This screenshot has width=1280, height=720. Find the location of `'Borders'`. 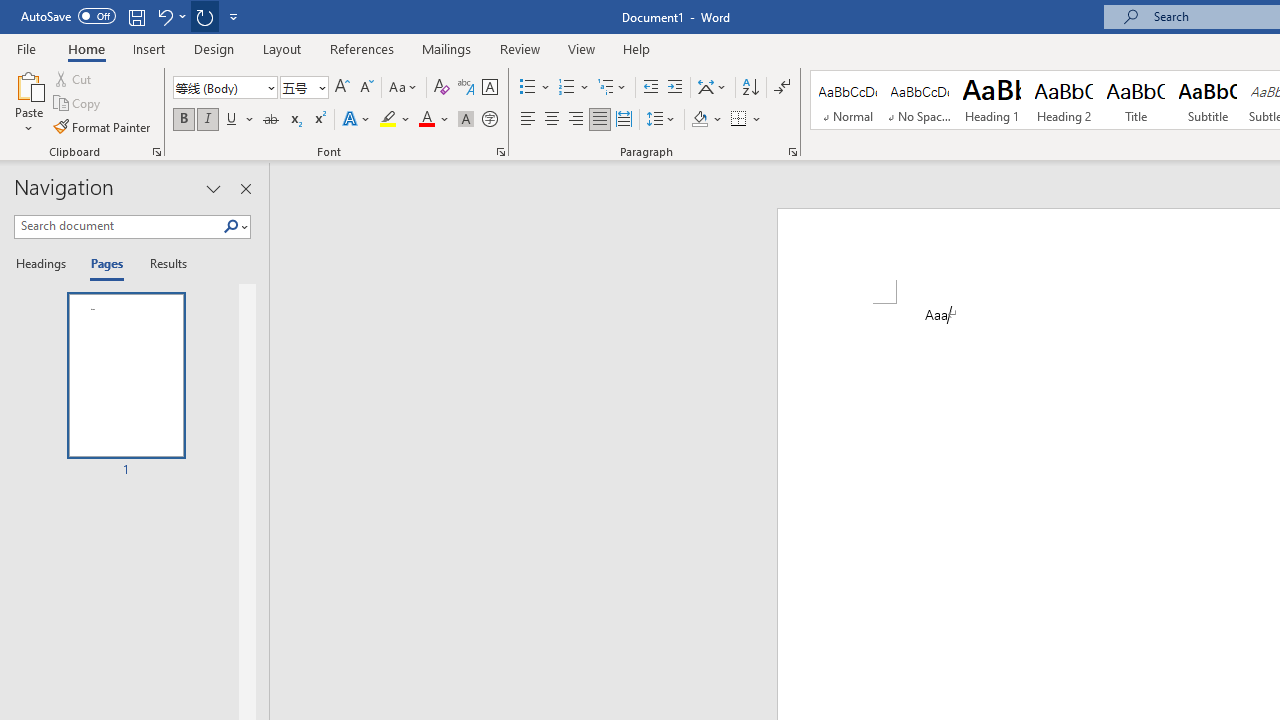

'Borders' is located at coordinates (738, 119).